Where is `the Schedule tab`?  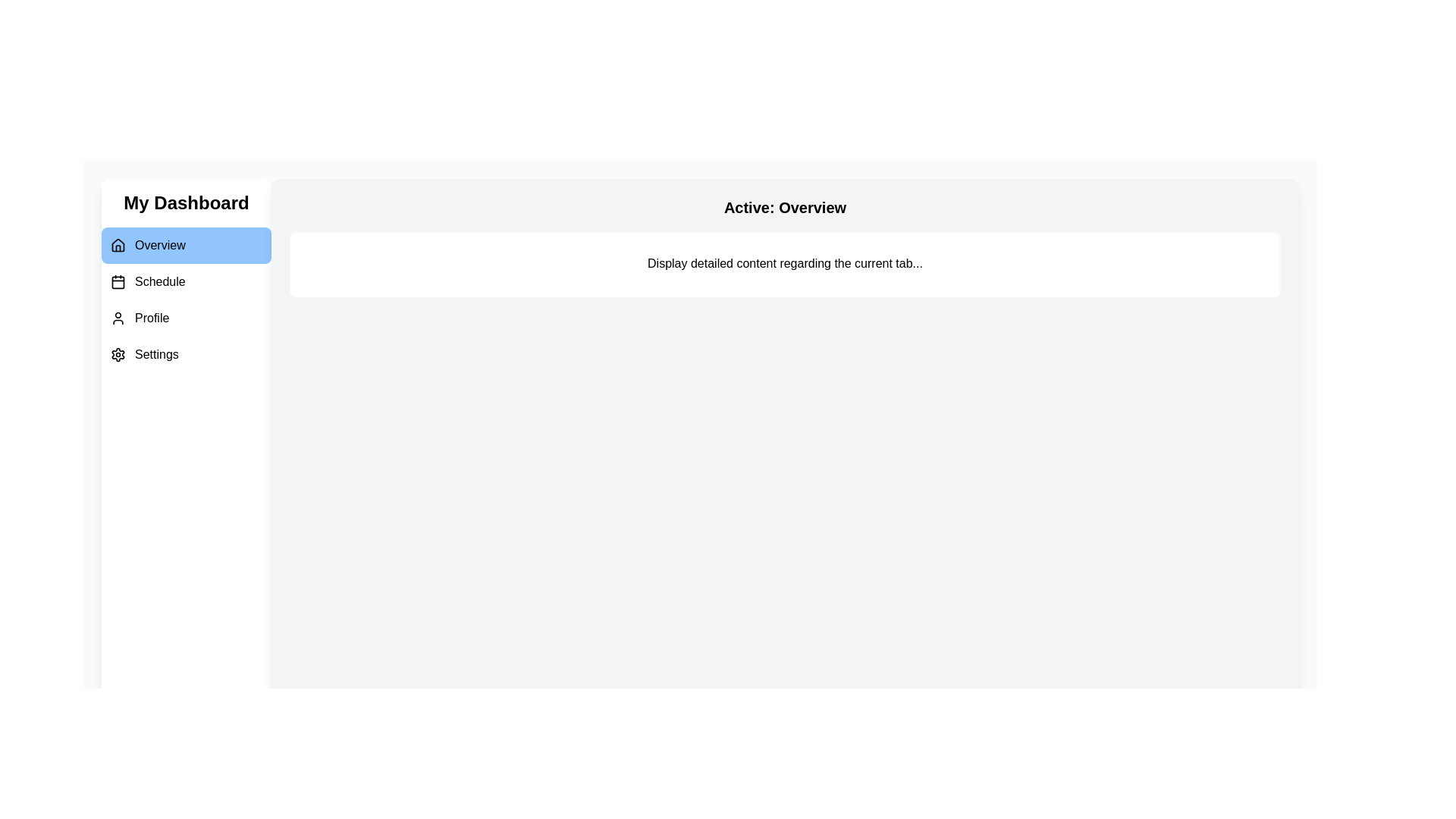
the Schedule tab is located at coordinates (185, 281).